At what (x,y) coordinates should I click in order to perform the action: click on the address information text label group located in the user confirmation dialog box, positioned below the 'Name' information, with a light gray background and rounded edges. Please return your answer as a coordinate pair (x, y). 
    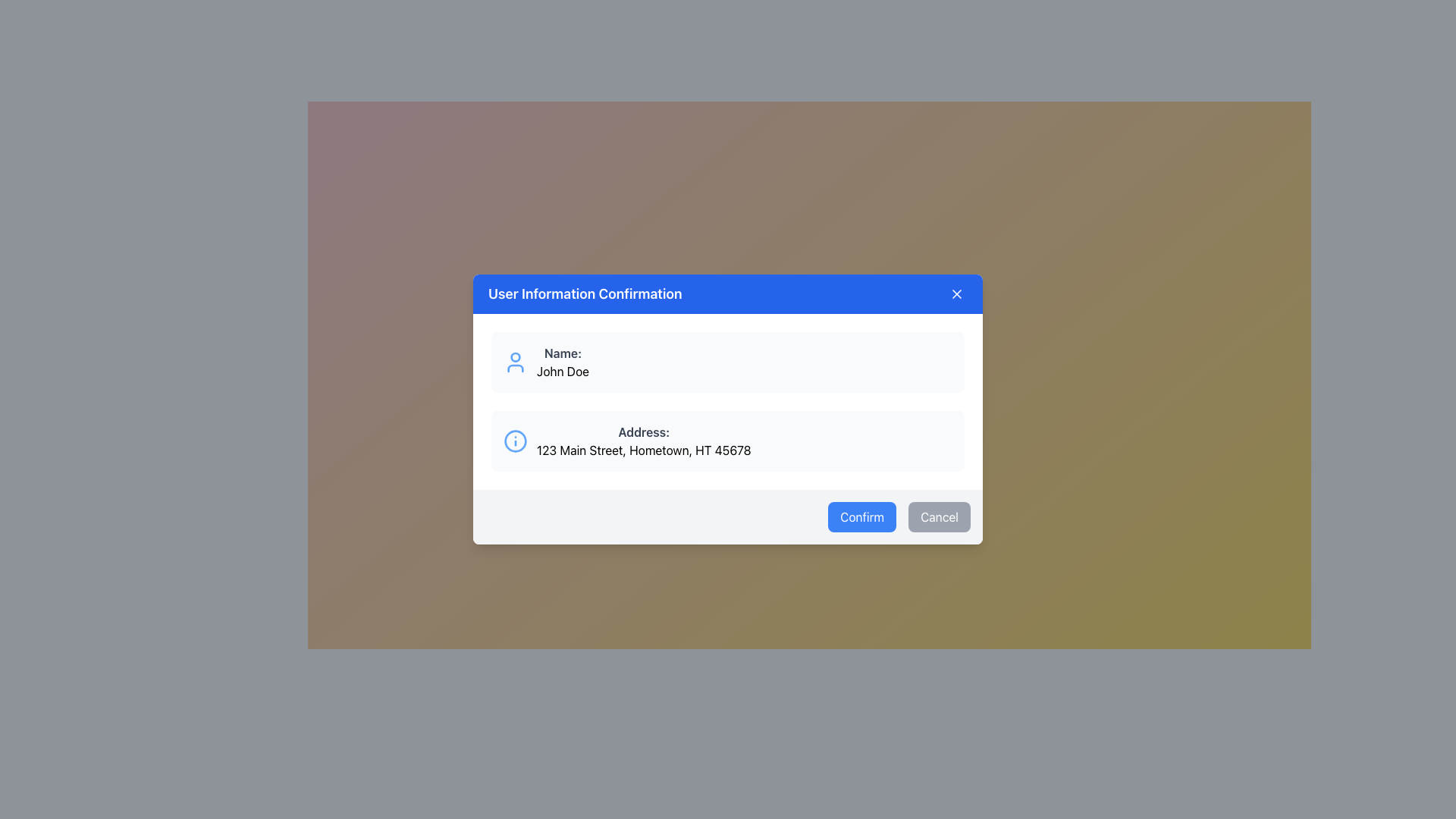
    Looking at the image, I should click on (644, 441).